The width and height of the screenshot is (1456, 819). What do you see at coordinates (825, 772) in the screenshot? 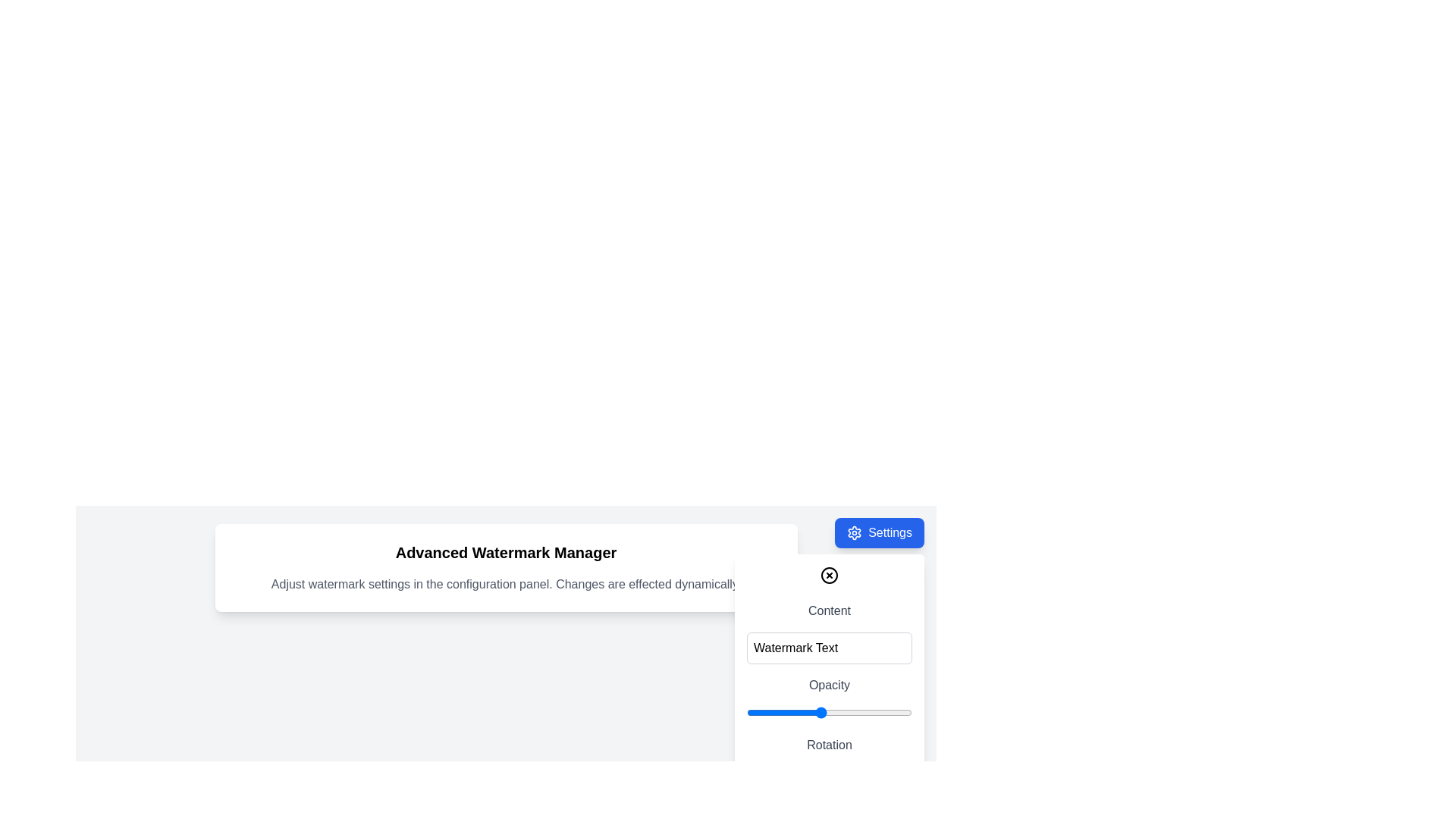
I see `rotation angle` at bounding box center [825, 772].